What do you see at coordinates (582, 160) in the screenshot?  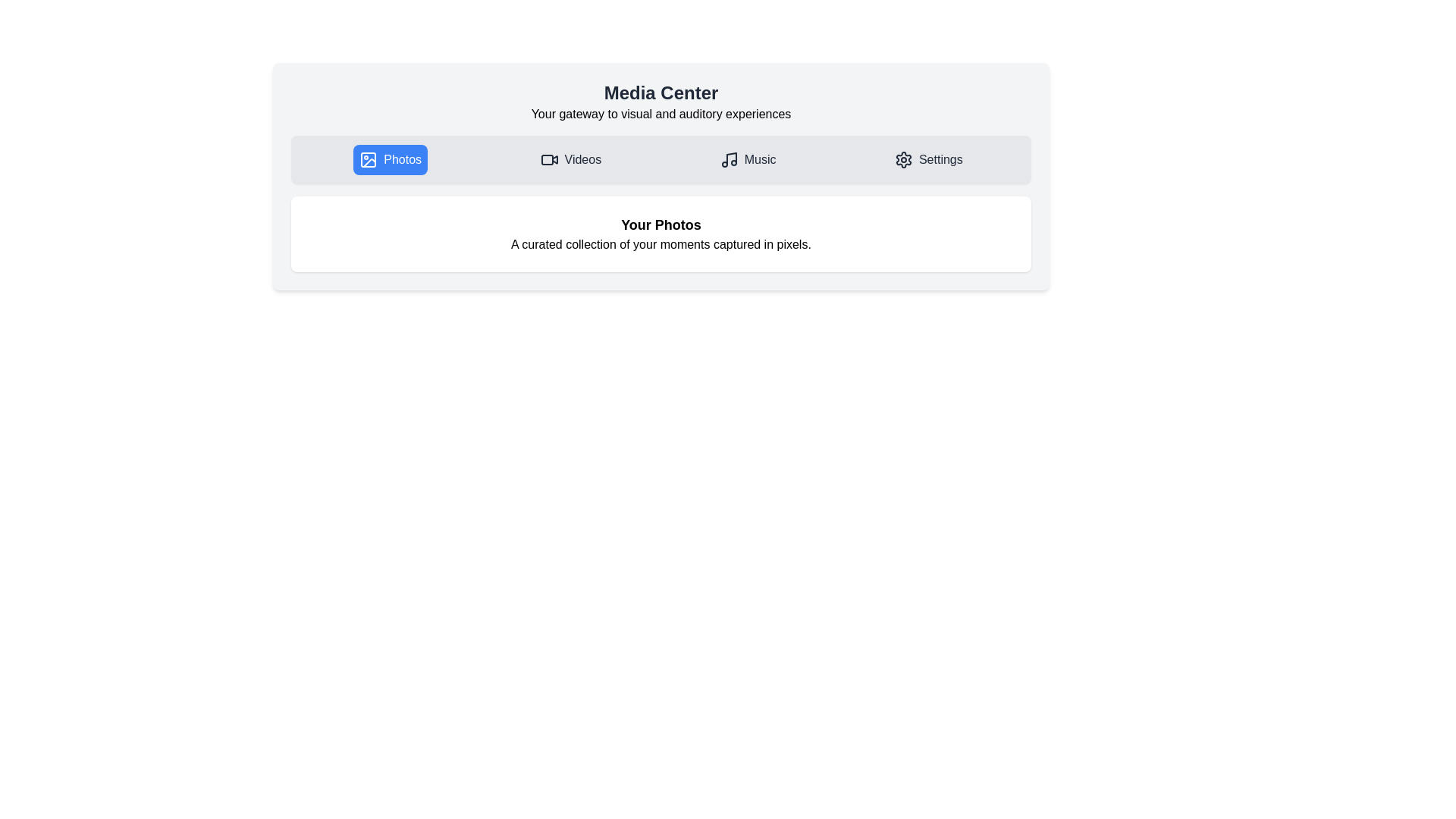 I see `'Videos' label located in the horizontal navigation row beneath the 'Media Center' heading, specifically the second item from the left after 'Photos'` at bounding box center [582, 160].